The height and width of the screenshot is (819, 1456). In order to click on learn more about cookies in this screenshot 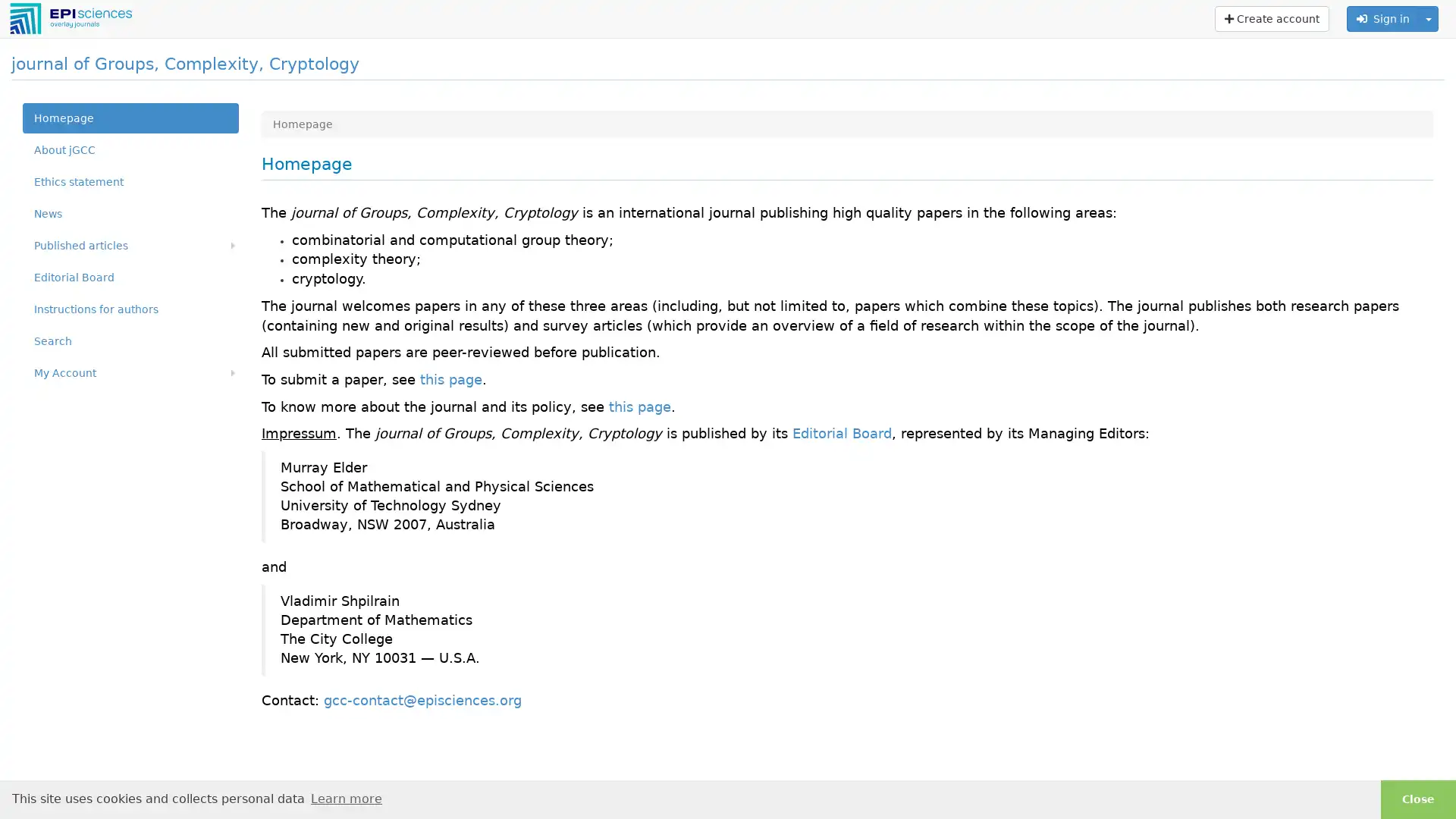, I will do `click(345, 798)`.